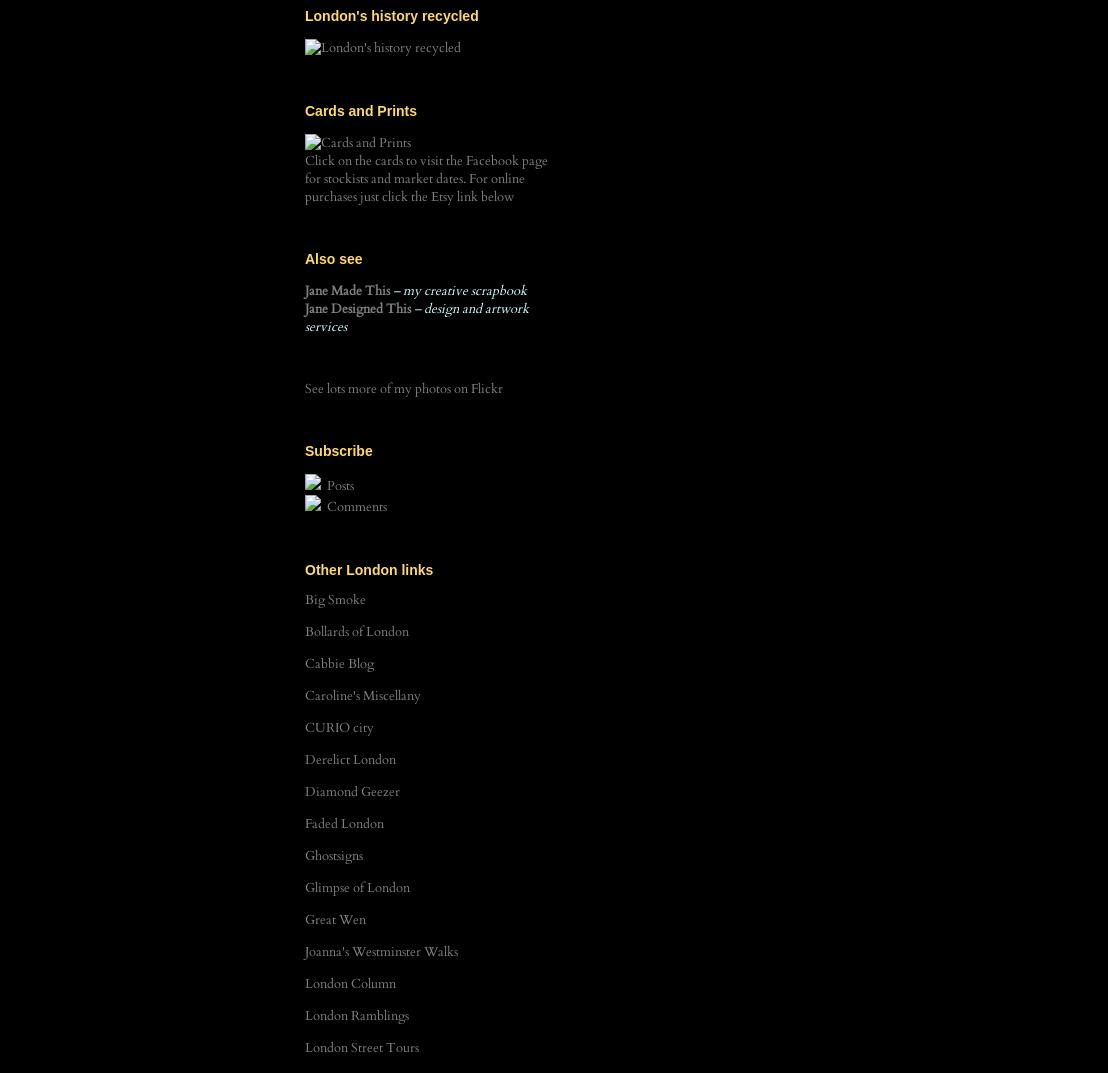  Describe the element at coordinates (361, 695) in the screenshot. I see `'Caroline's Miscellany'` at that location.